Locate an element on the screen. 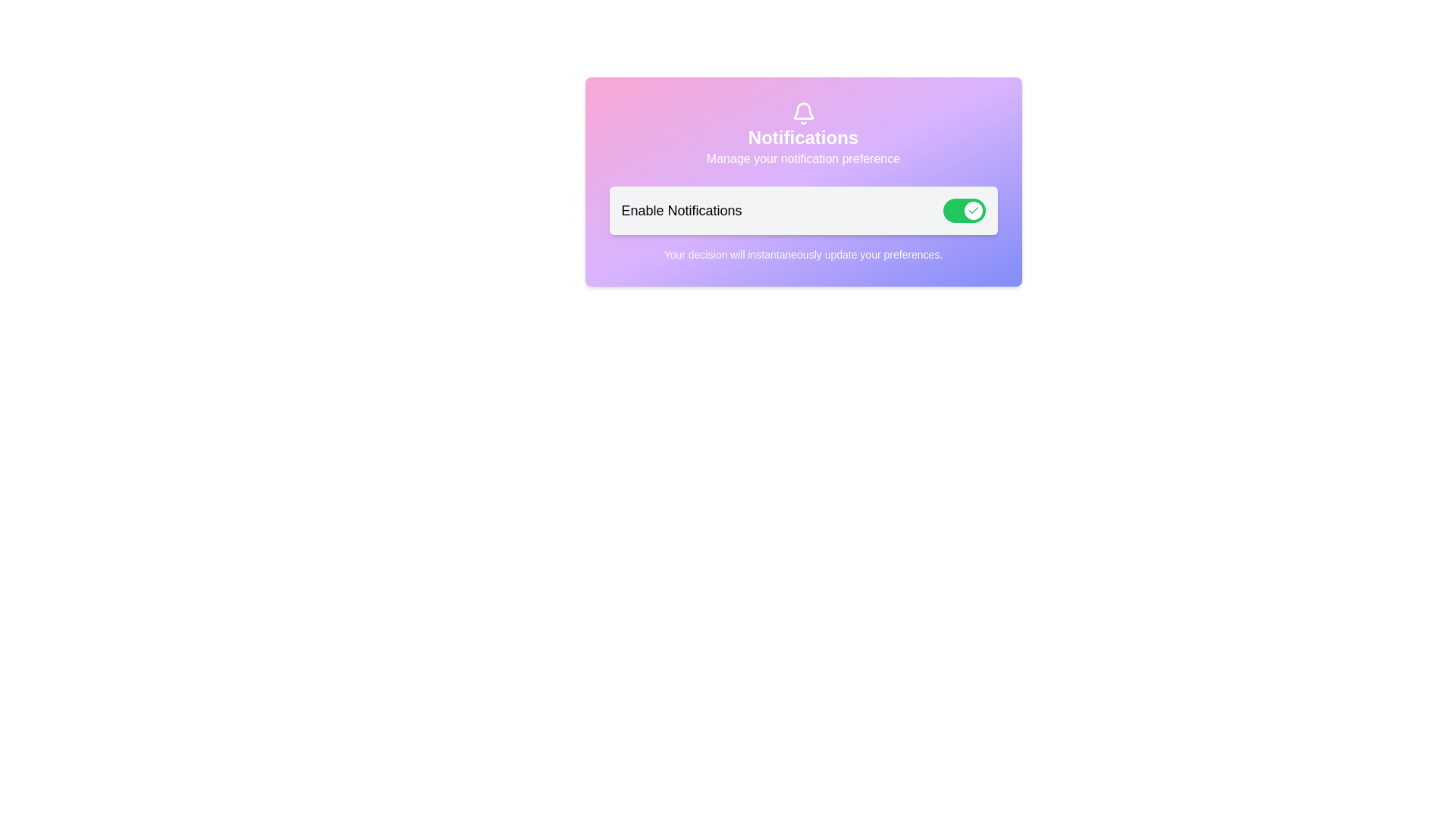 This screenshot has width=1456, height=819. the text label that serves as a title for the notification management section, positioned below a bell icon and above the 'Manage your notification preference' text is located at coordinates (802, 137).